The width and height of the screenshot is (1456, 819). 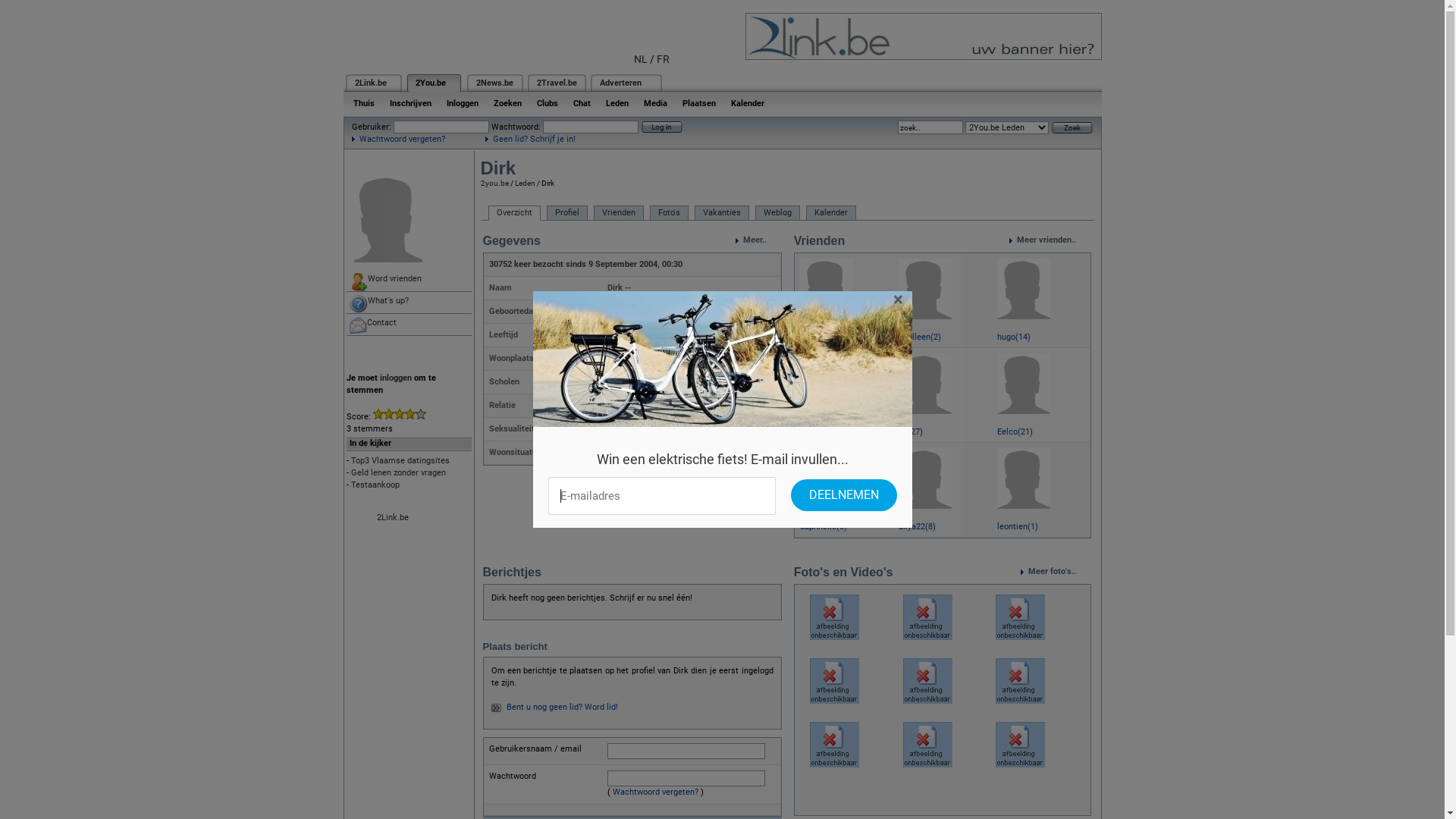 I want to click on 'Meer vrienden..', so click(x=1048, y=239).